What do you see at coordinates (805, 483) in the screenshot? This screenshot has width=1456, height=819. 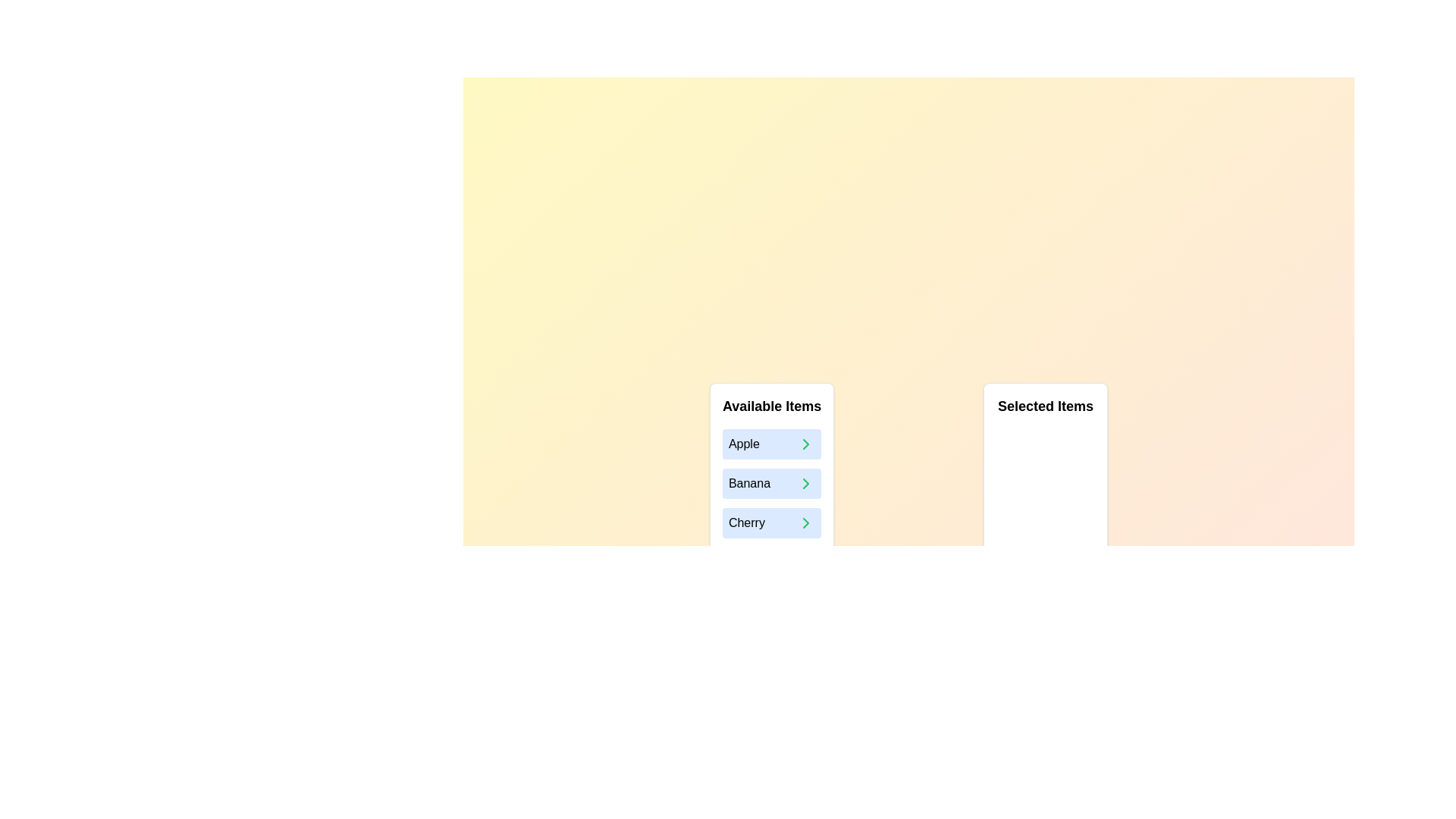 I see `right arrow button next to the item Banana in the 'Available Items' list to move it to the 'Selected Items' list` at bounding box center [805, 483].